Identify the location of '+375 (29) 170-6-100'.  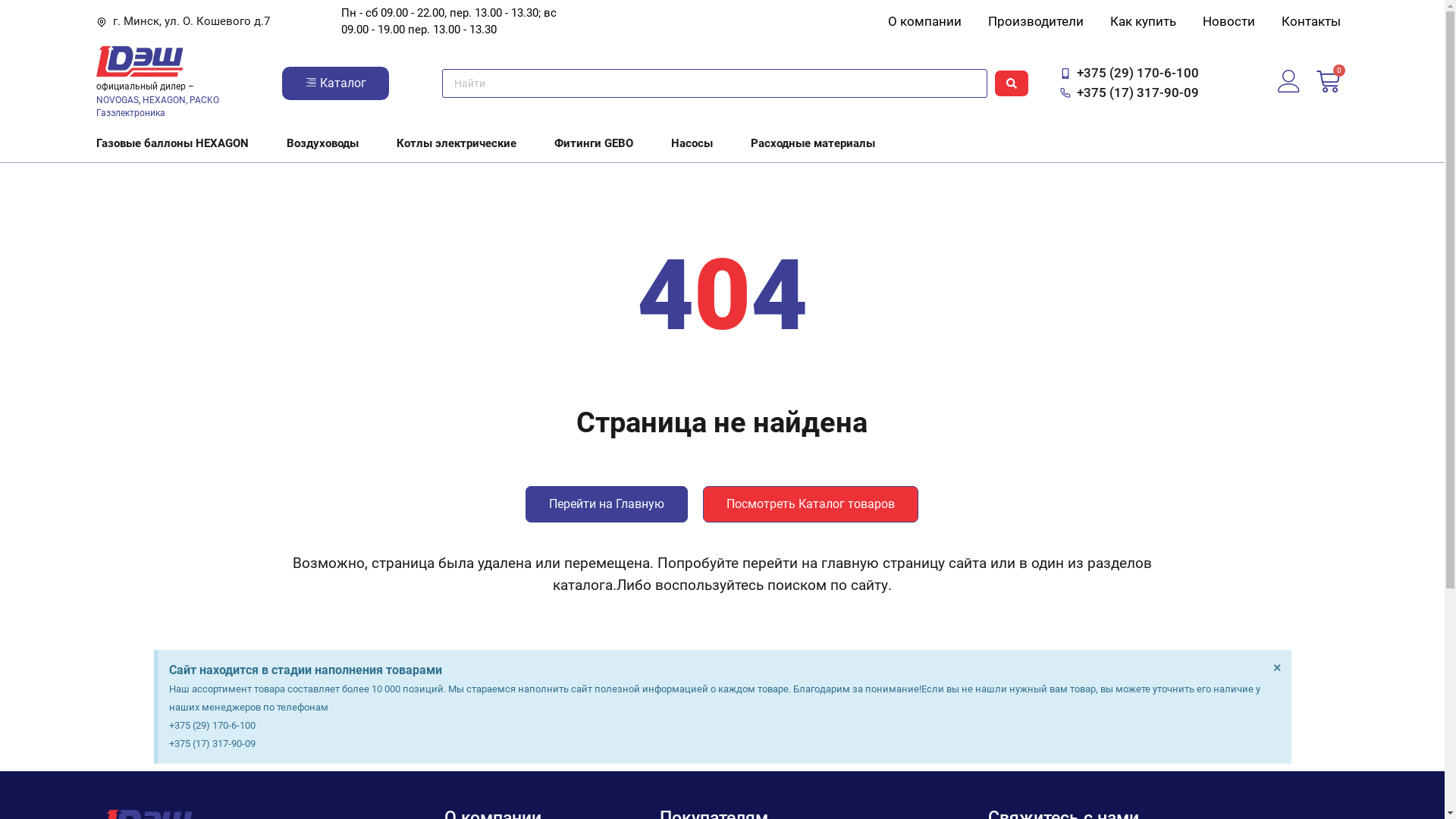
(1129, 73).